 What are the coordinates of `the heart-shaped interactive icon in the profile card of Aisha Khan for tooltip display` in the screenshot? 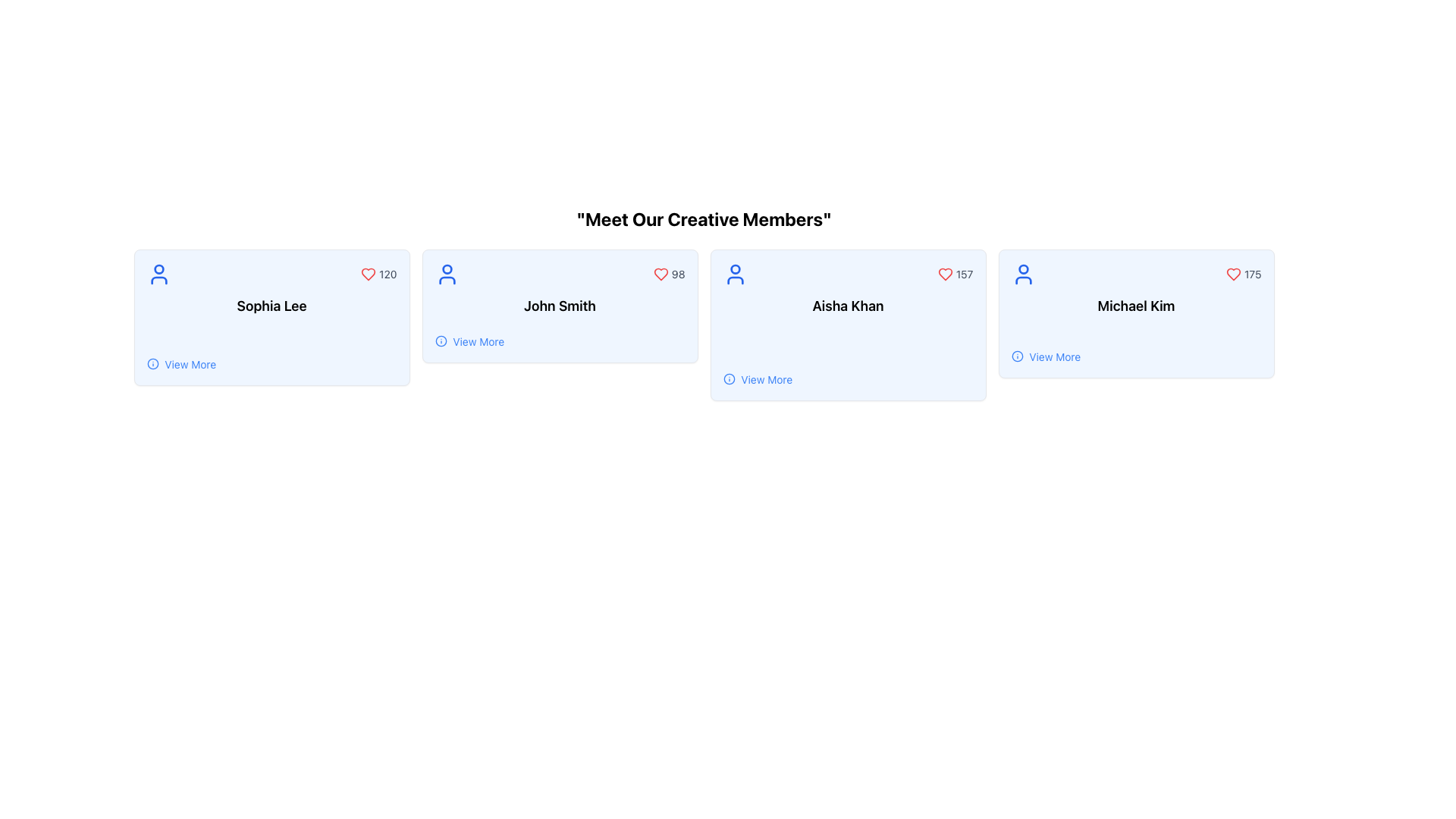 It's located at (944, 275).